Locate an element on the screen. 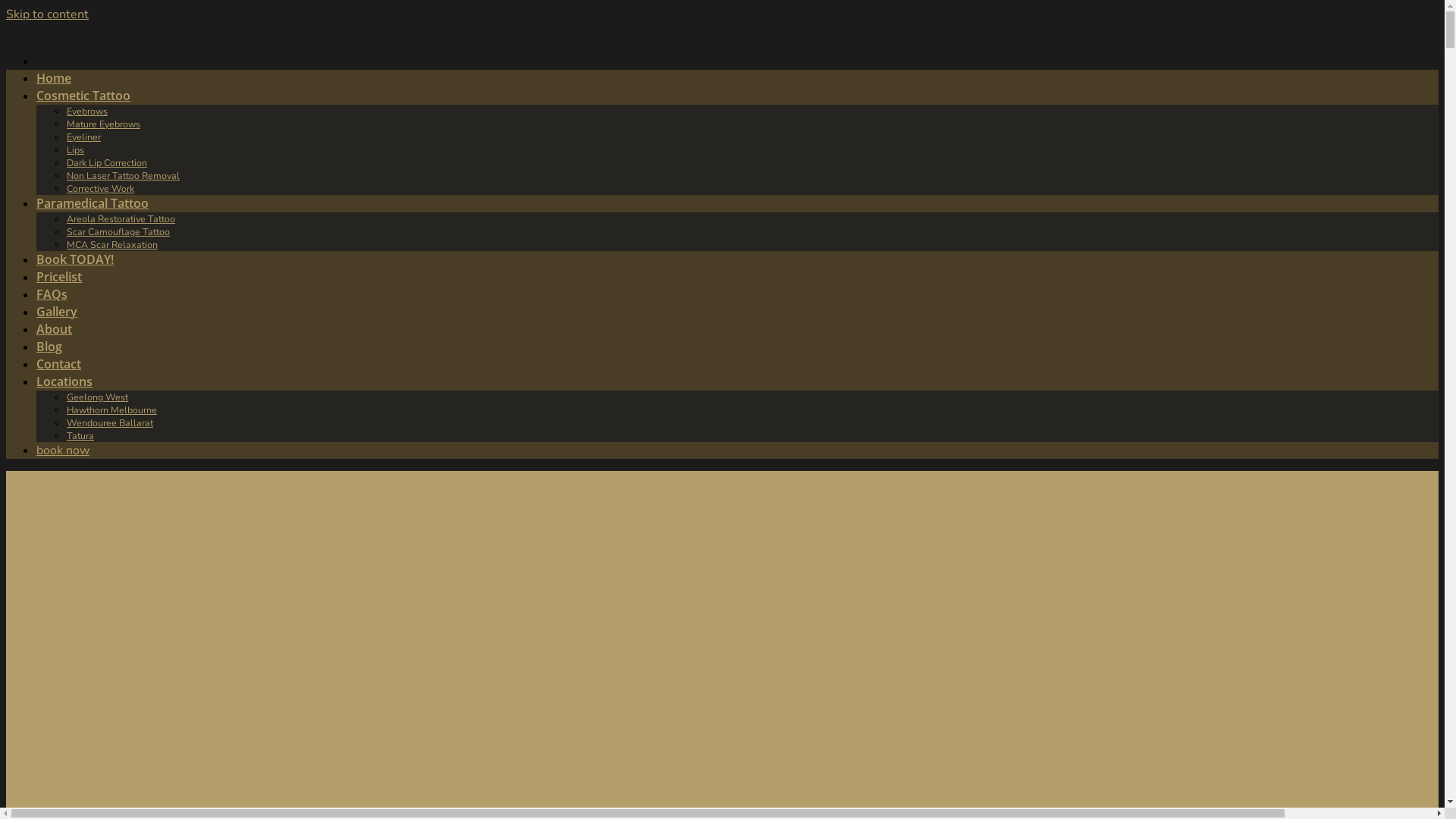 The image size is (1456, 819). 'Hawthorn Melbourne' is located at coordinates (65, 409).